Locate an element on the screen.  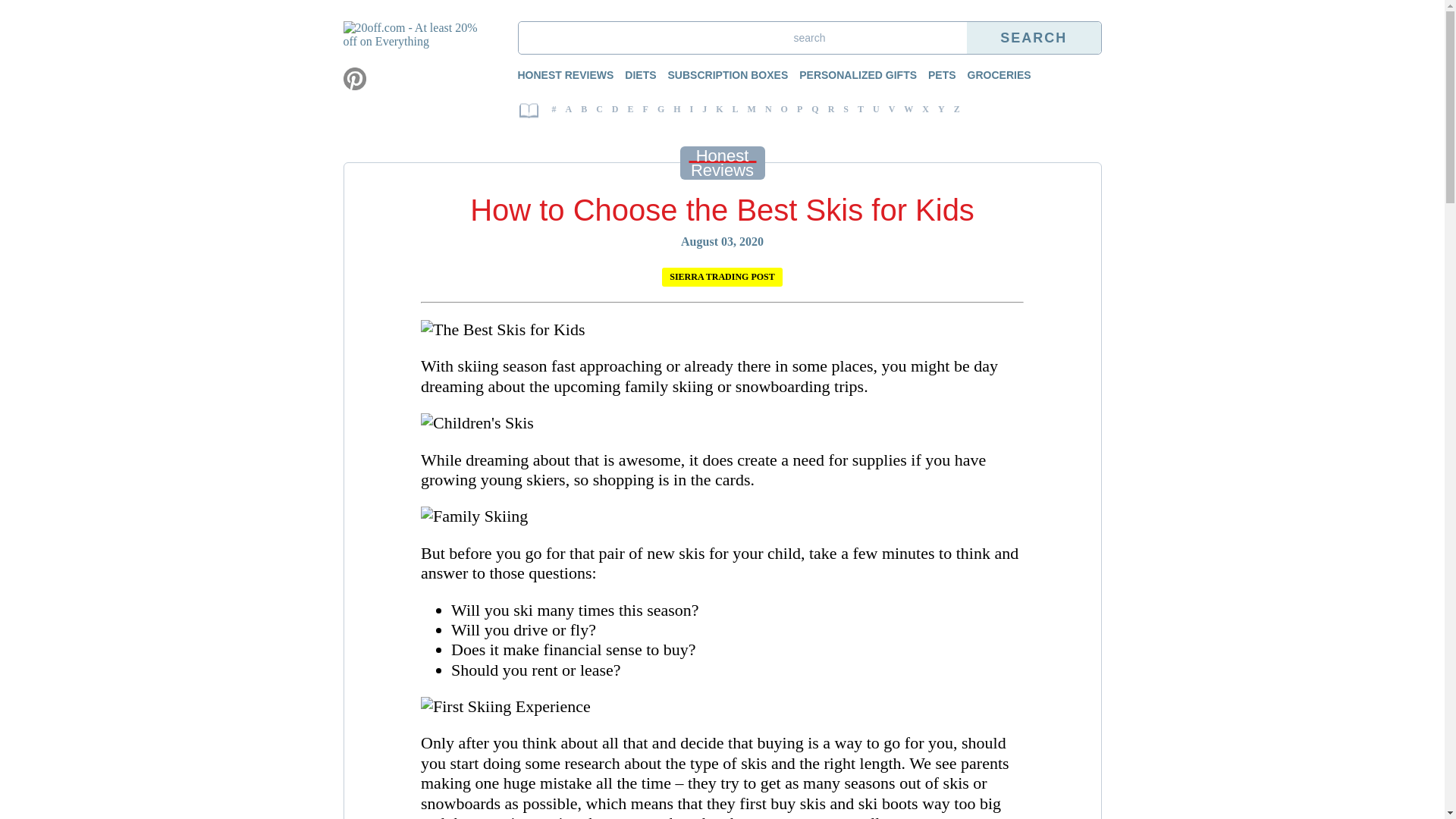
'G' is located at coordinates (661, 108).